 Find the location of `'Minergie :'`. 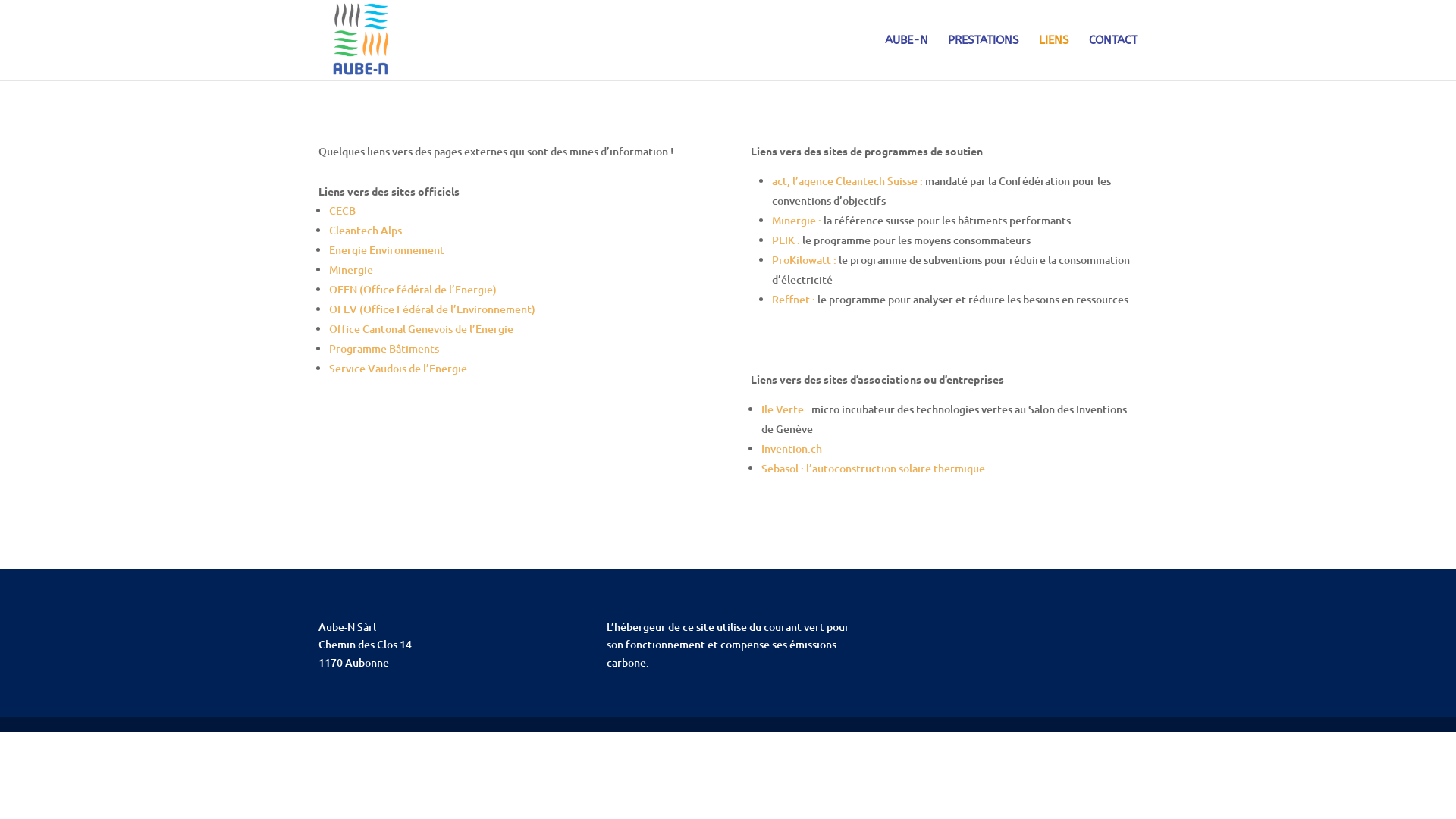

'Minergie :' is located at coordinates (796, 220).